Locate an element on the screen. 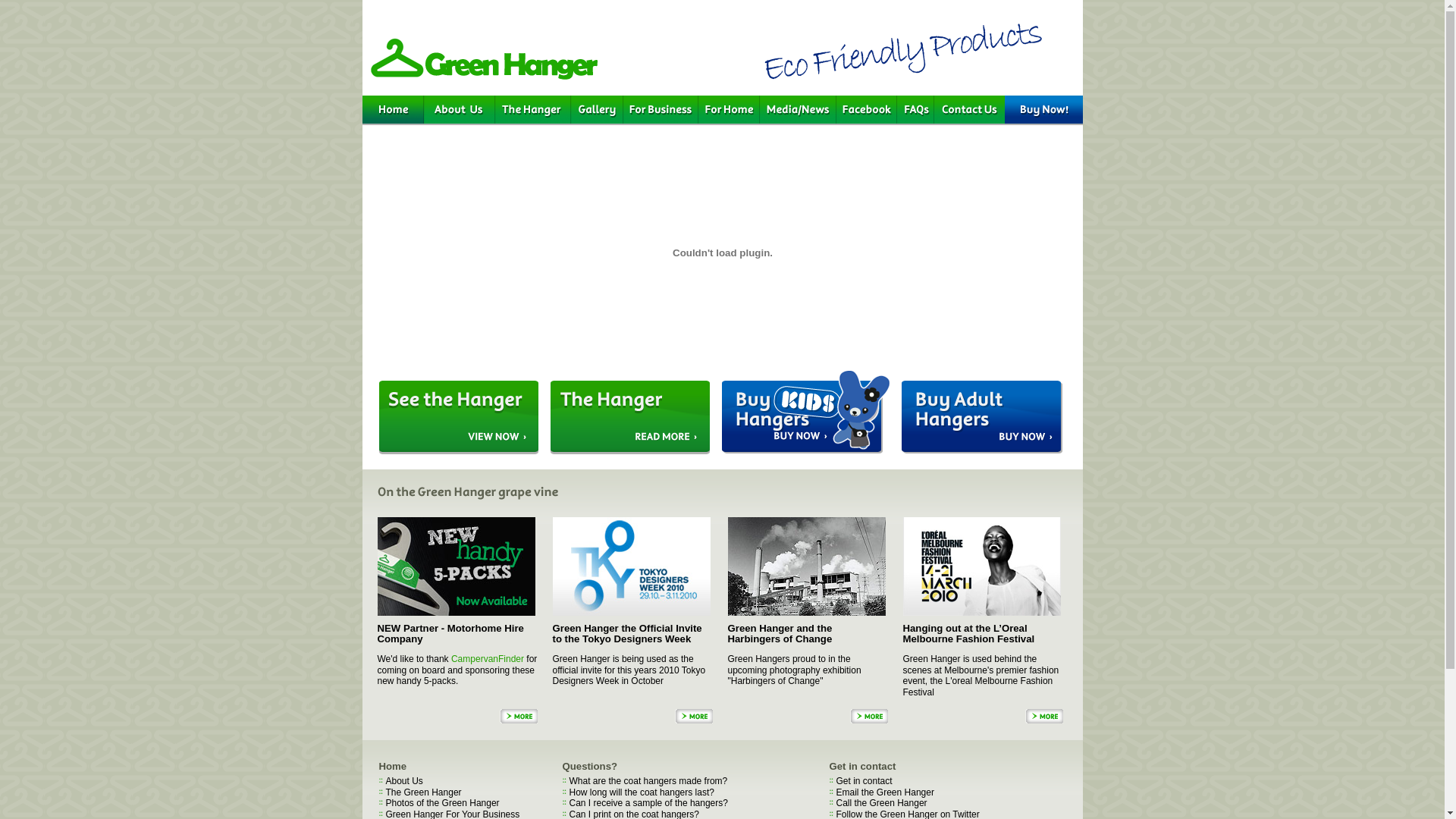 The image size is (1456, 819). 'About Us' is located at coordinates (457, 109).